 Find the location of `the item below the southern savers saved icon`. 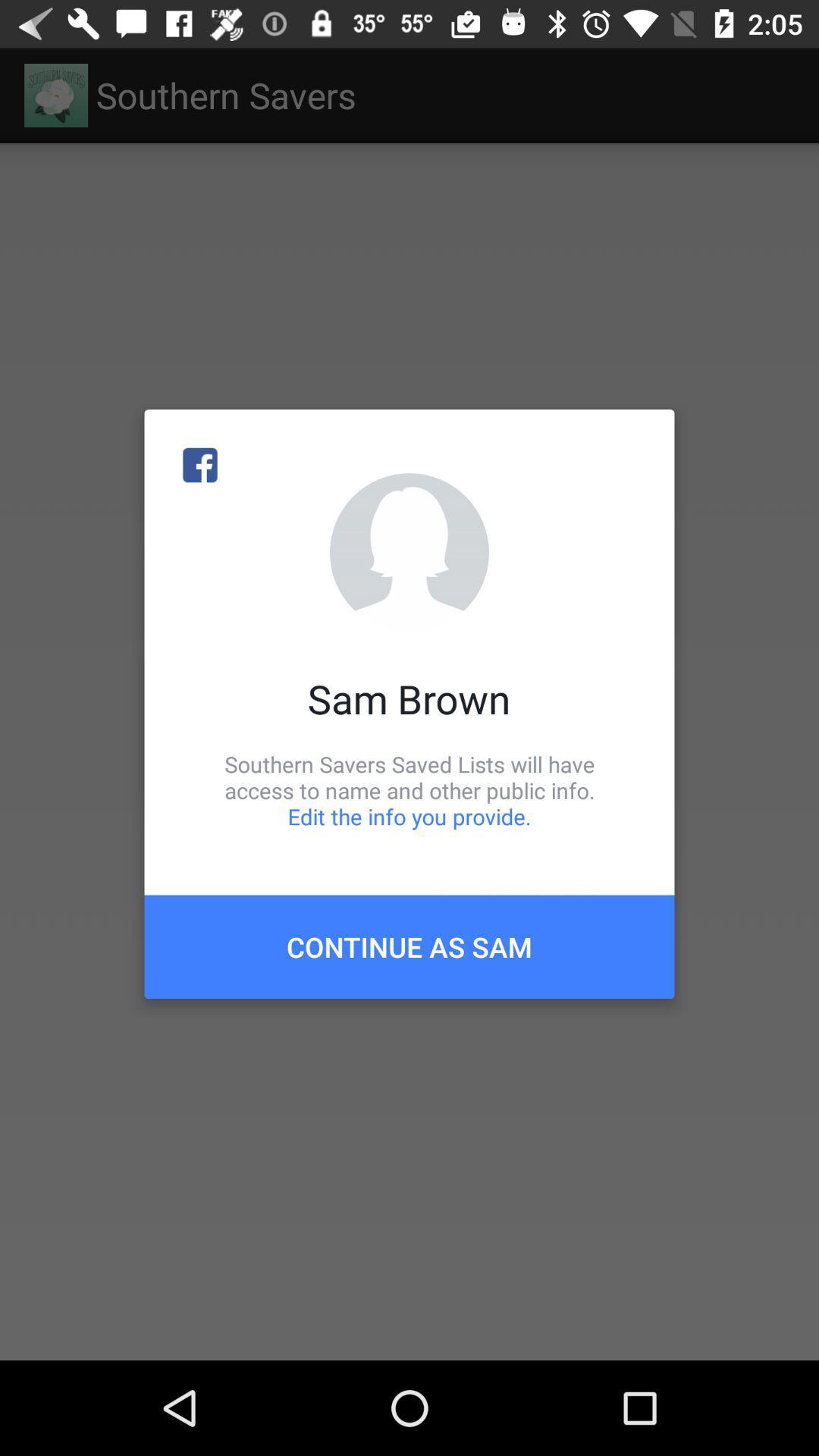

the item below the southern savers saved icon is located at coordinates (409, 946).